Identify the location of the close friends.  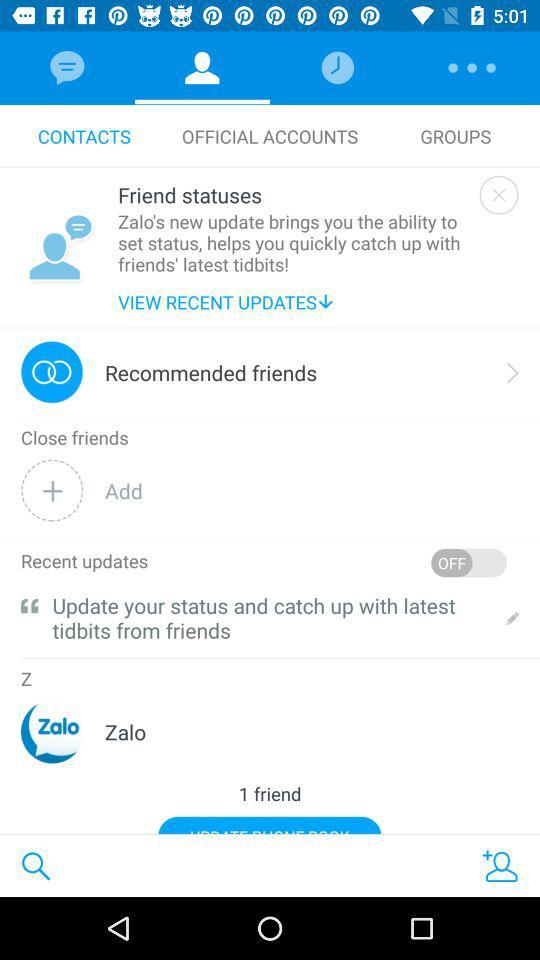
(73, 438).